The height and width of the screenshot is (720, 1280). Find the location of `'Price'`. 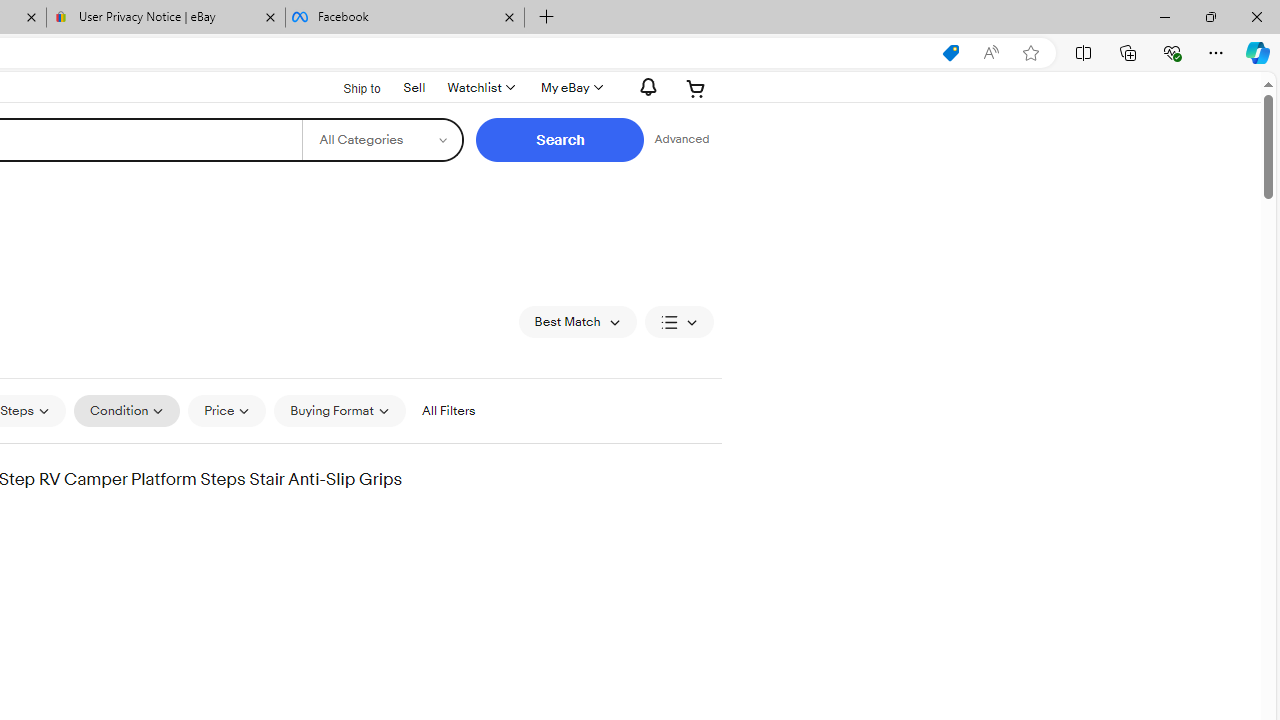

'Price' is located at coordinates (227, 410).